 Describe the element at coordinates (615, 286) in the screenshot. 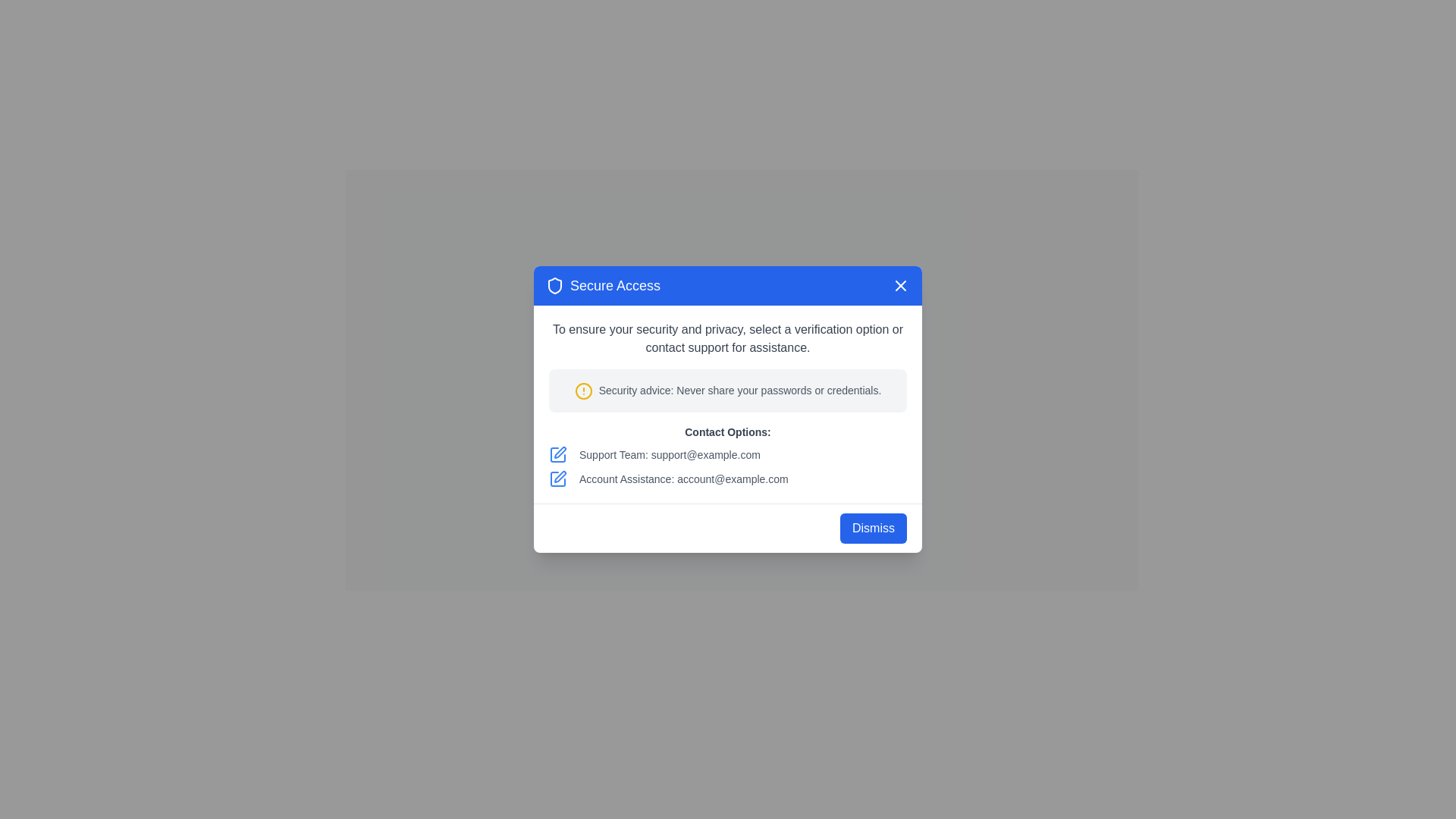

I see `text label that serves as the title of the modal dialog box, positioned just to the right of a shield icon and near the top of the dialog` at that location.